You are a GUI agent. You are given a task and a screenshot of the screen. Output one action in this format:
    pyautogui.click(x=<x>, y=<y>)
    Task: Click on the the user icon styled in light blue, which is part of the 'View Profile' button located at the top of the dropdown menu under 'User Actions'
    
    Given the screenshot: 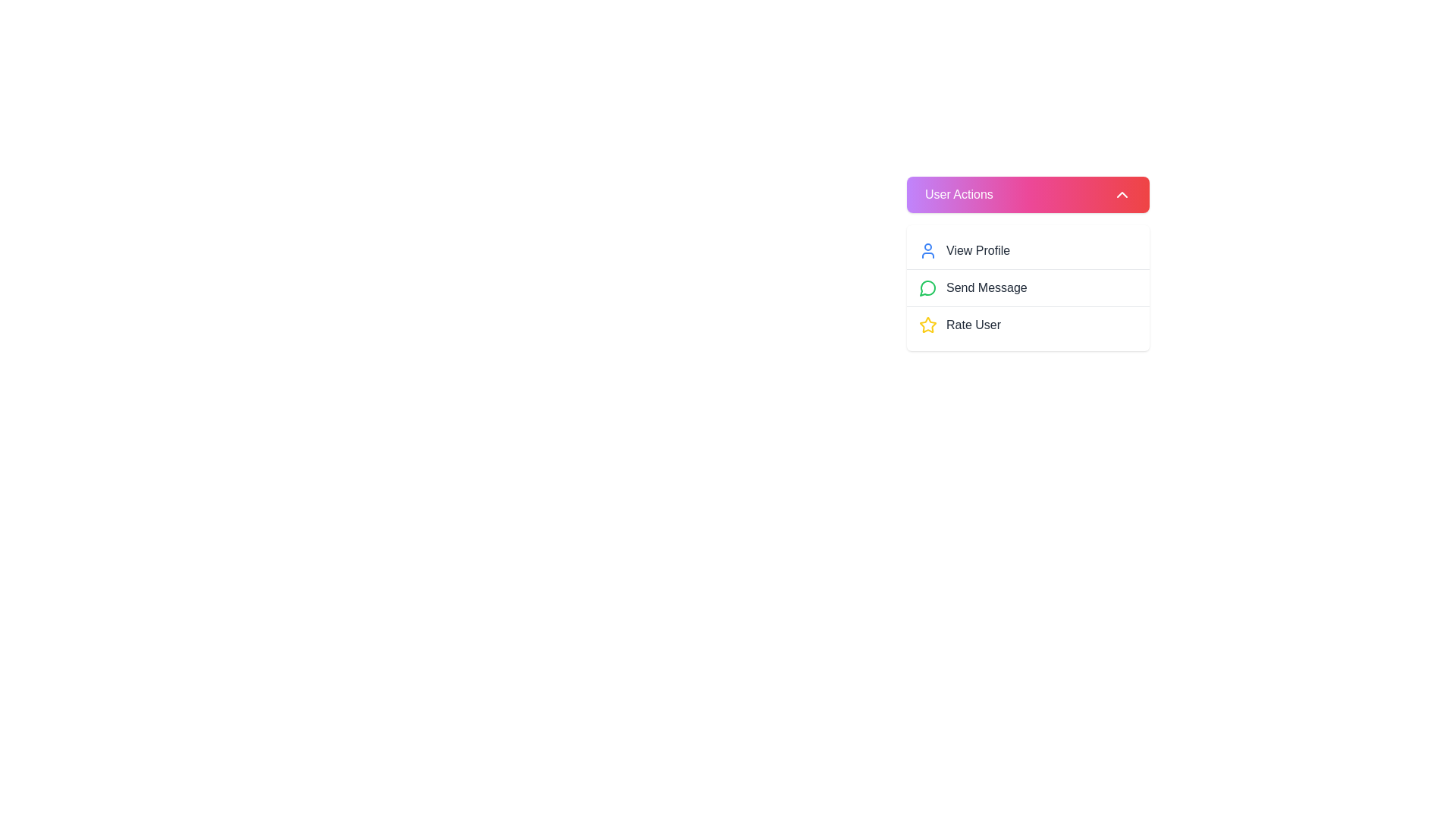 What is the action you would take?
    pyautogui.click(x=927, y=250)
    